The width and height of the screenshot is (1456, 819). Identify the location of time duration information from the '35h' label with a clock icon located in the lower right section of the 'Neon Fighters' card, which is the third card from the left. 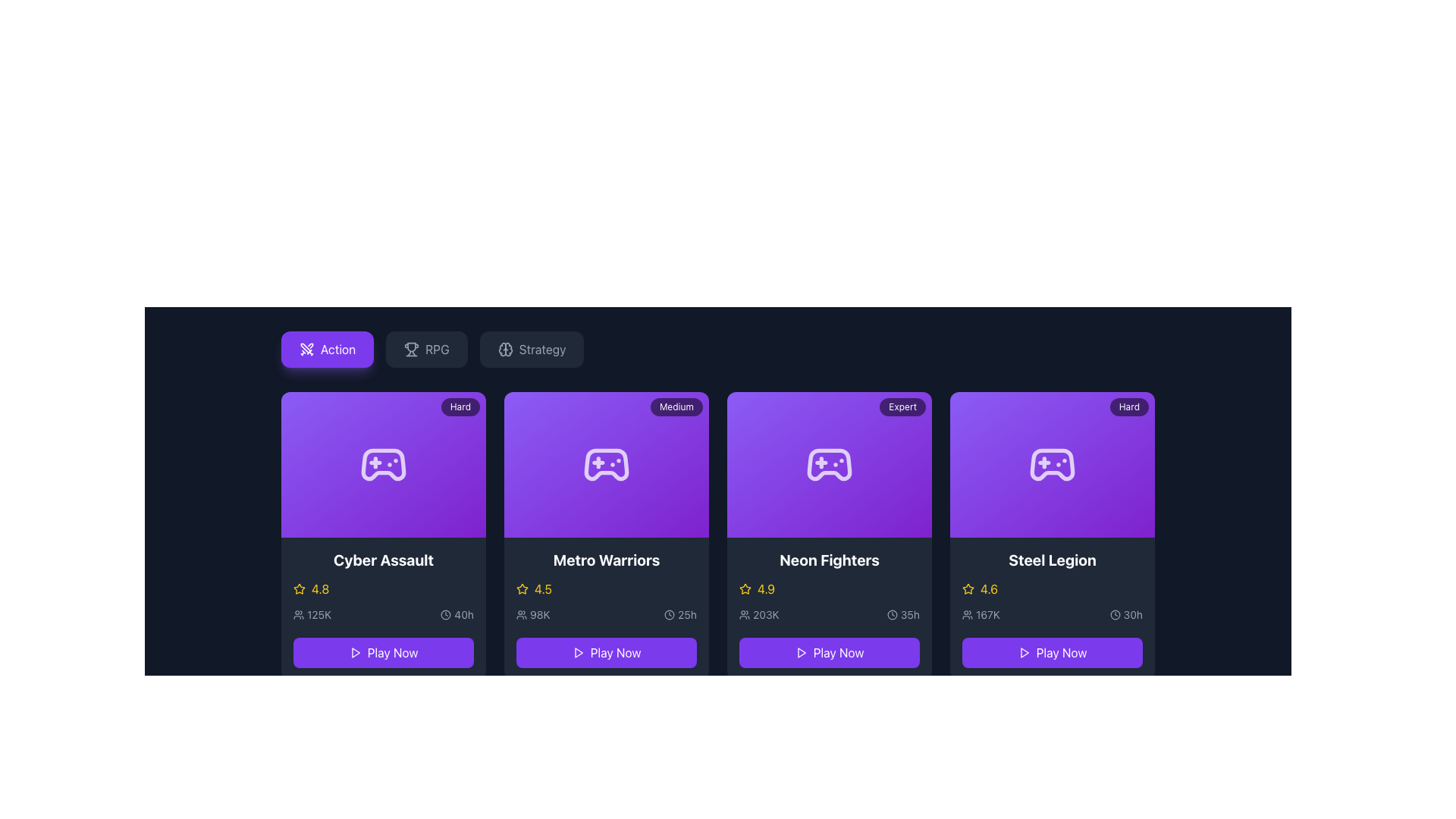
(903, 614).